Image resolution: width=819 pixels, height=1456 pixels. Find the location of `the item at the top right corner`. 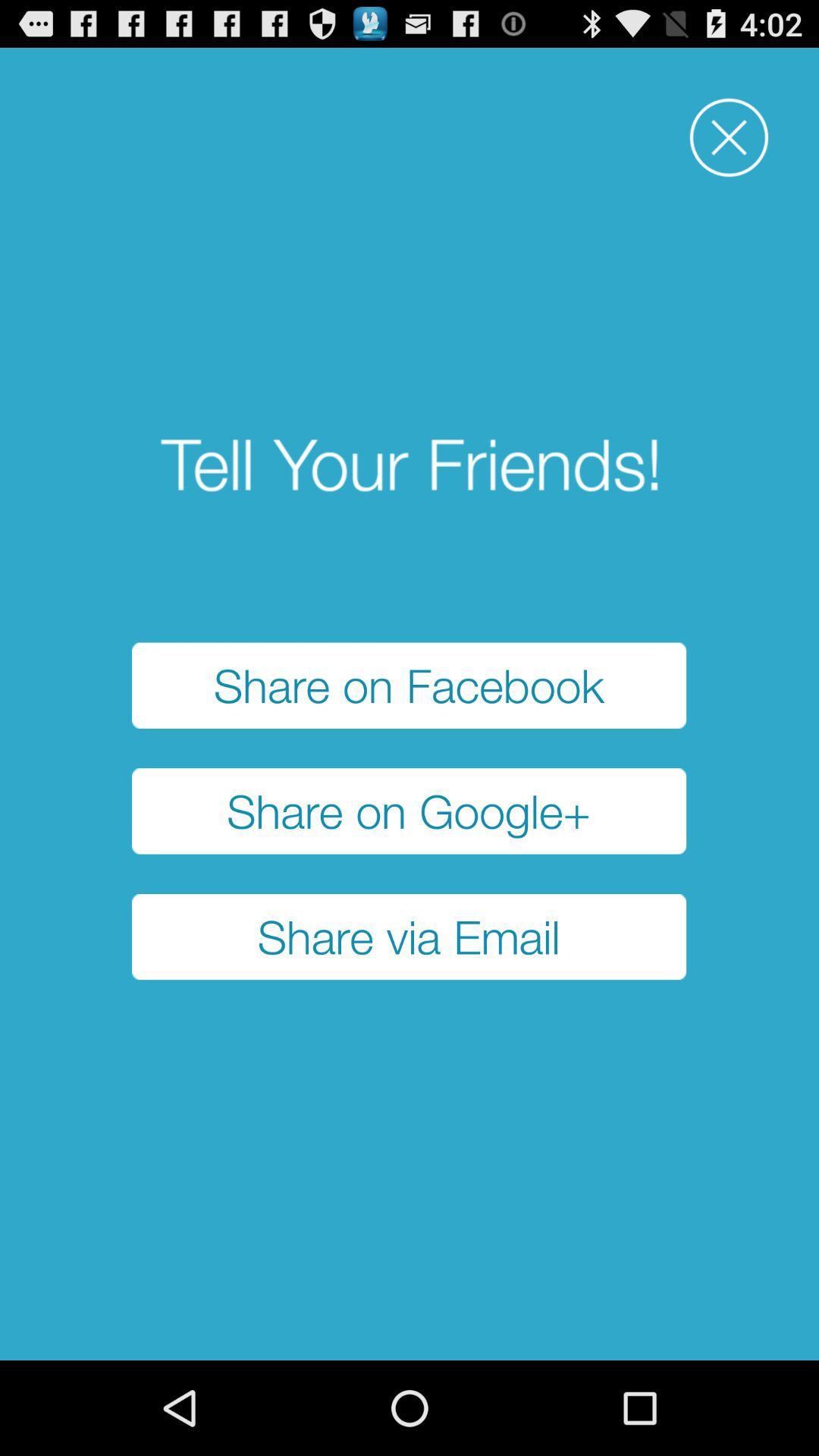

the item at the top right corner is located at coordinates (728, 137).